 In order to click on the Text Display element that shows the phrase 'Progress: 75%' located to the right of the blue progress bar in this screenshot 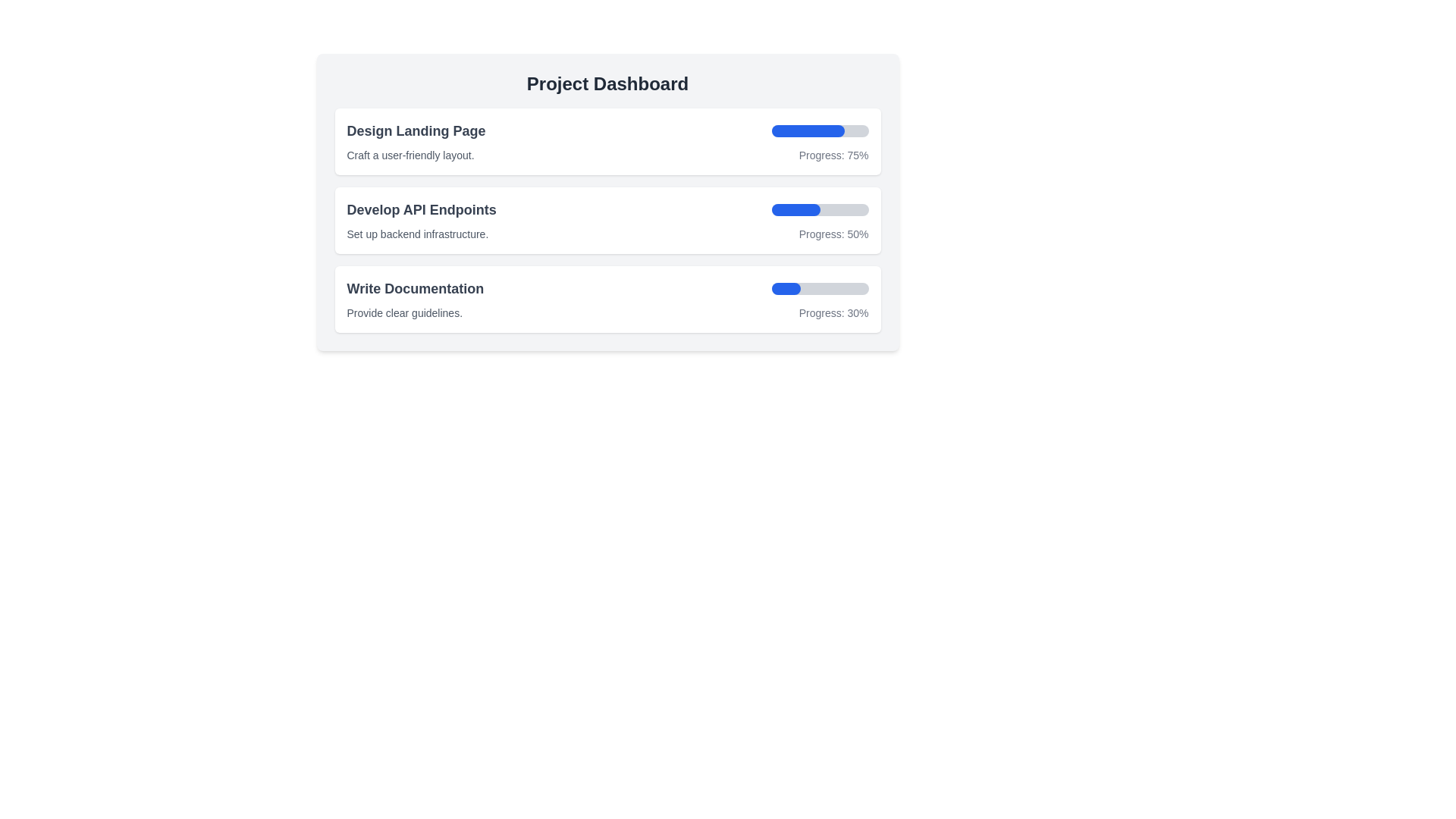, I will do `click(833, 155)`.